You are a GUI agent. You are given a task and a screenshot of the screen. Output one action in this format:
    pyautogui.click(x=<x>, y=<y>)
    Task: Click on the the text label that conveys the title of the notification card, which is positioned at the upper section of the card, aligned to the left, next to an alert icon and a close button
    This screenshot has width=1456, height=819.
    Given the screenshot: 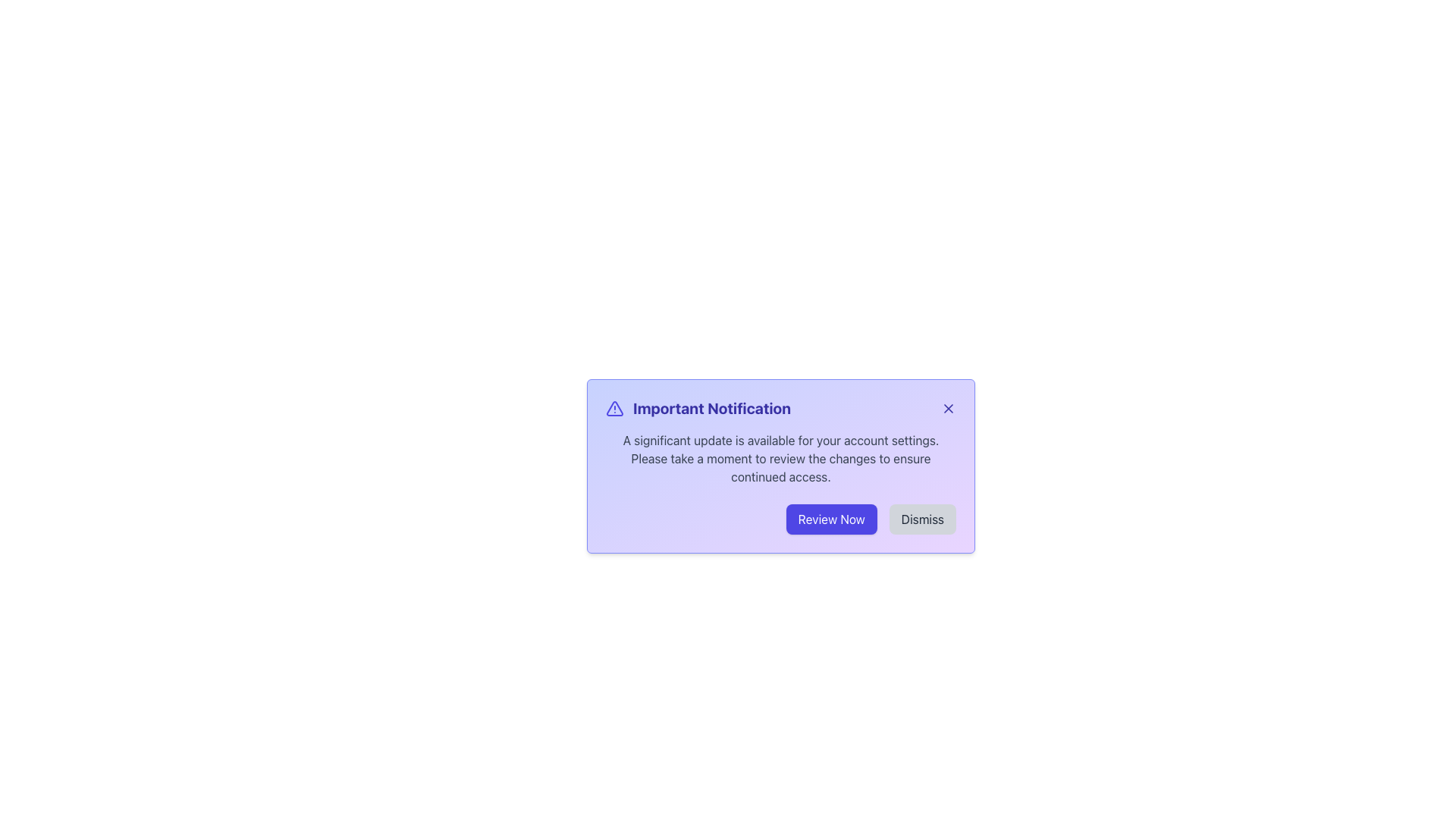 What is the action you would take?
    pyautogui.click(x=698, y=408)
    